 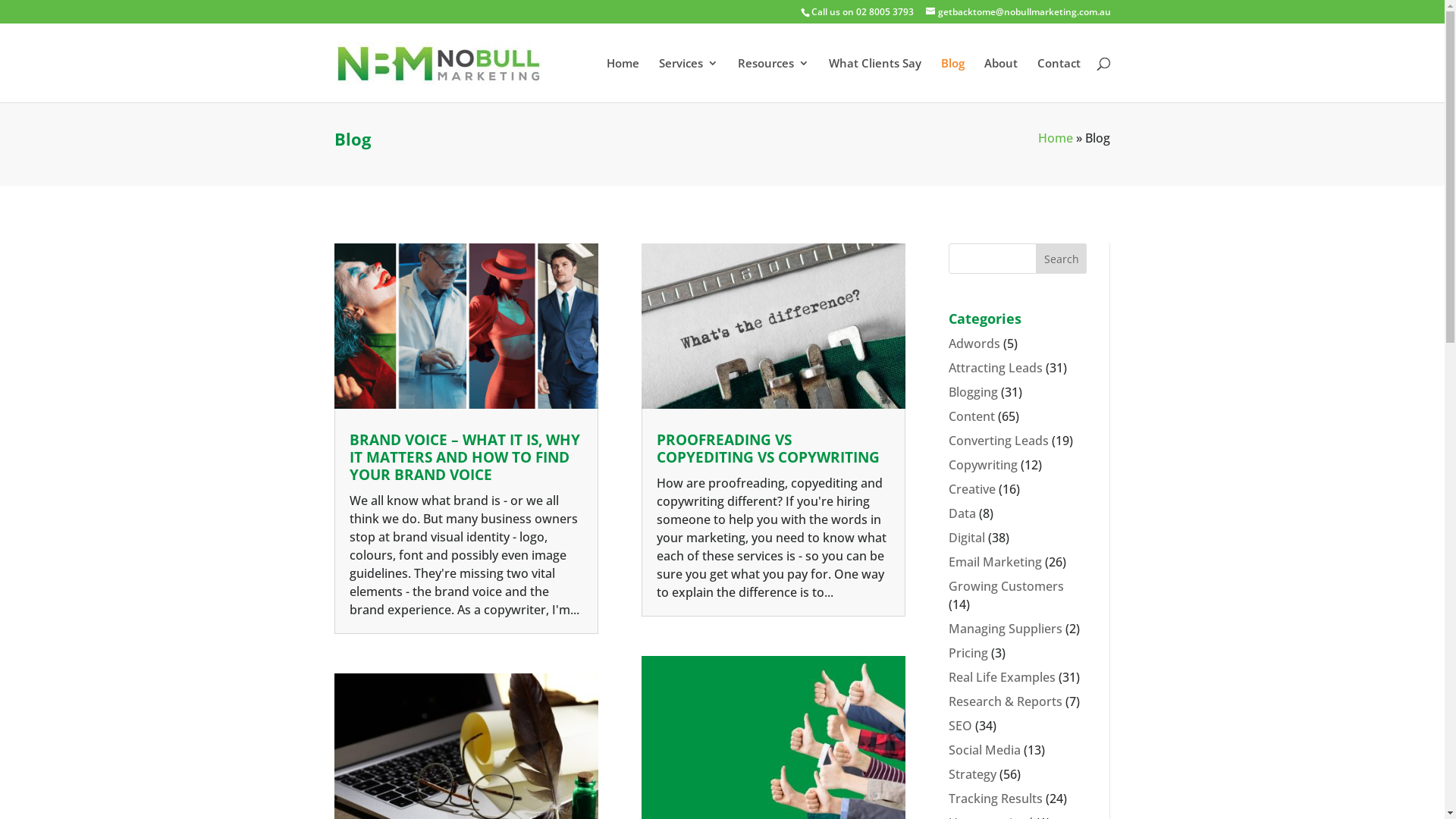 What do you see at coordinates (974, 343) in the screenshot?
I see `'Adwords'` at bounding box center [974, 343].